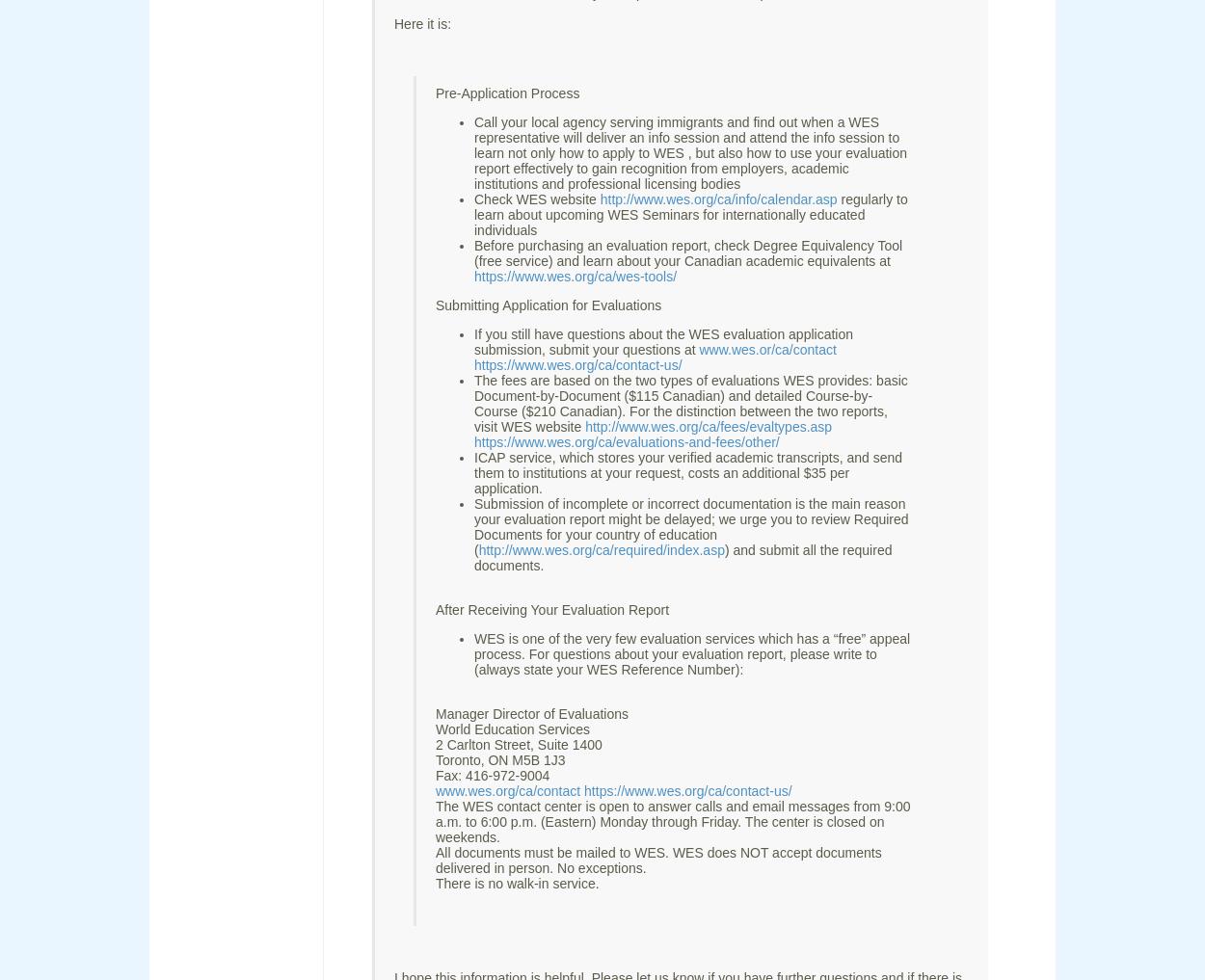  Describe the element at coordinates (517, 883) in the screenshot. I see `'There is no walk-in service.'` at that location.